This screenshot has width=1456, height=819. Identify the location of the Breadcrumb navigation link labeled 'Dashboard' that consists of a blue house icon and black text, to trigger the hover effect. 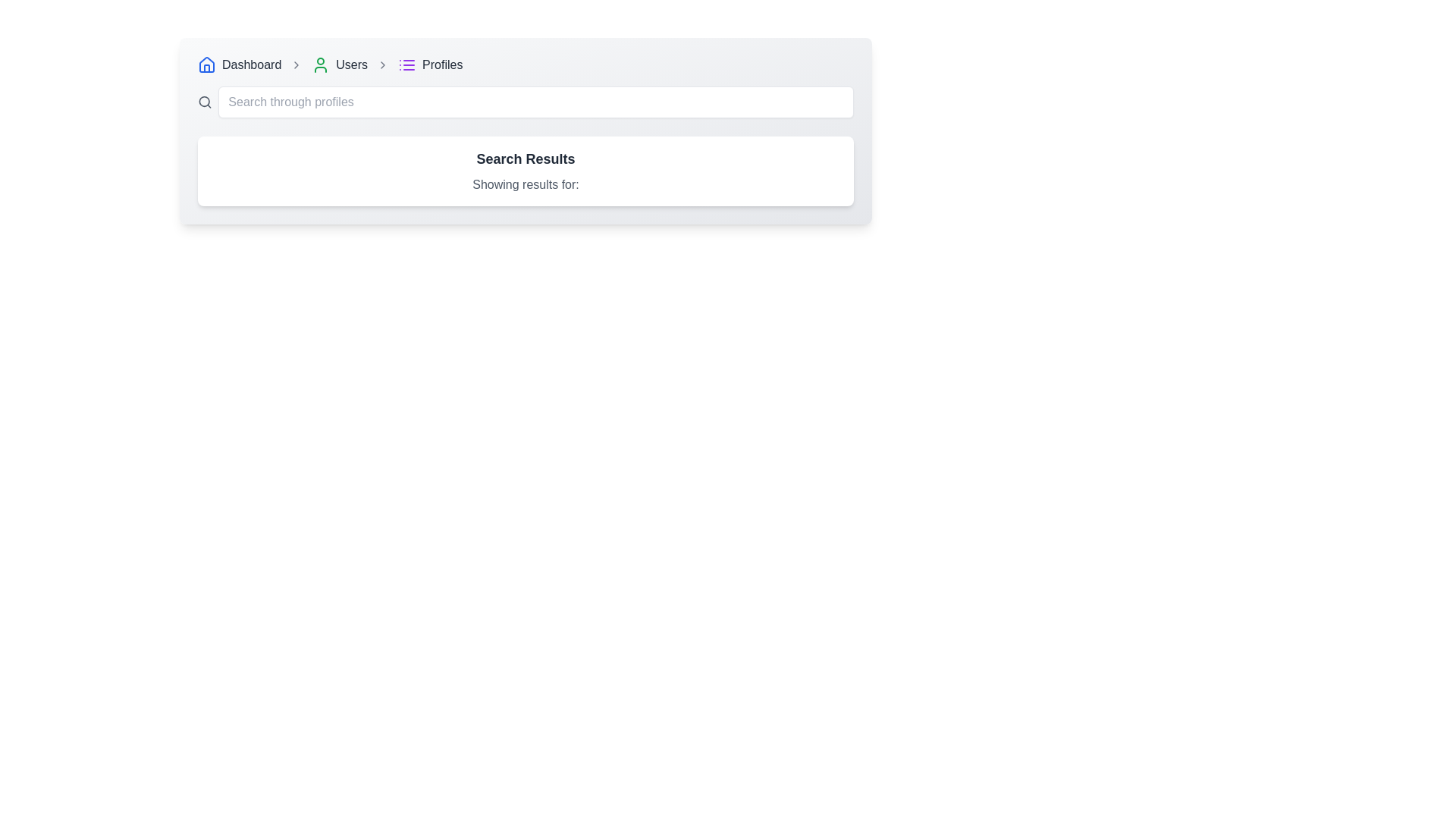
(239, 64).